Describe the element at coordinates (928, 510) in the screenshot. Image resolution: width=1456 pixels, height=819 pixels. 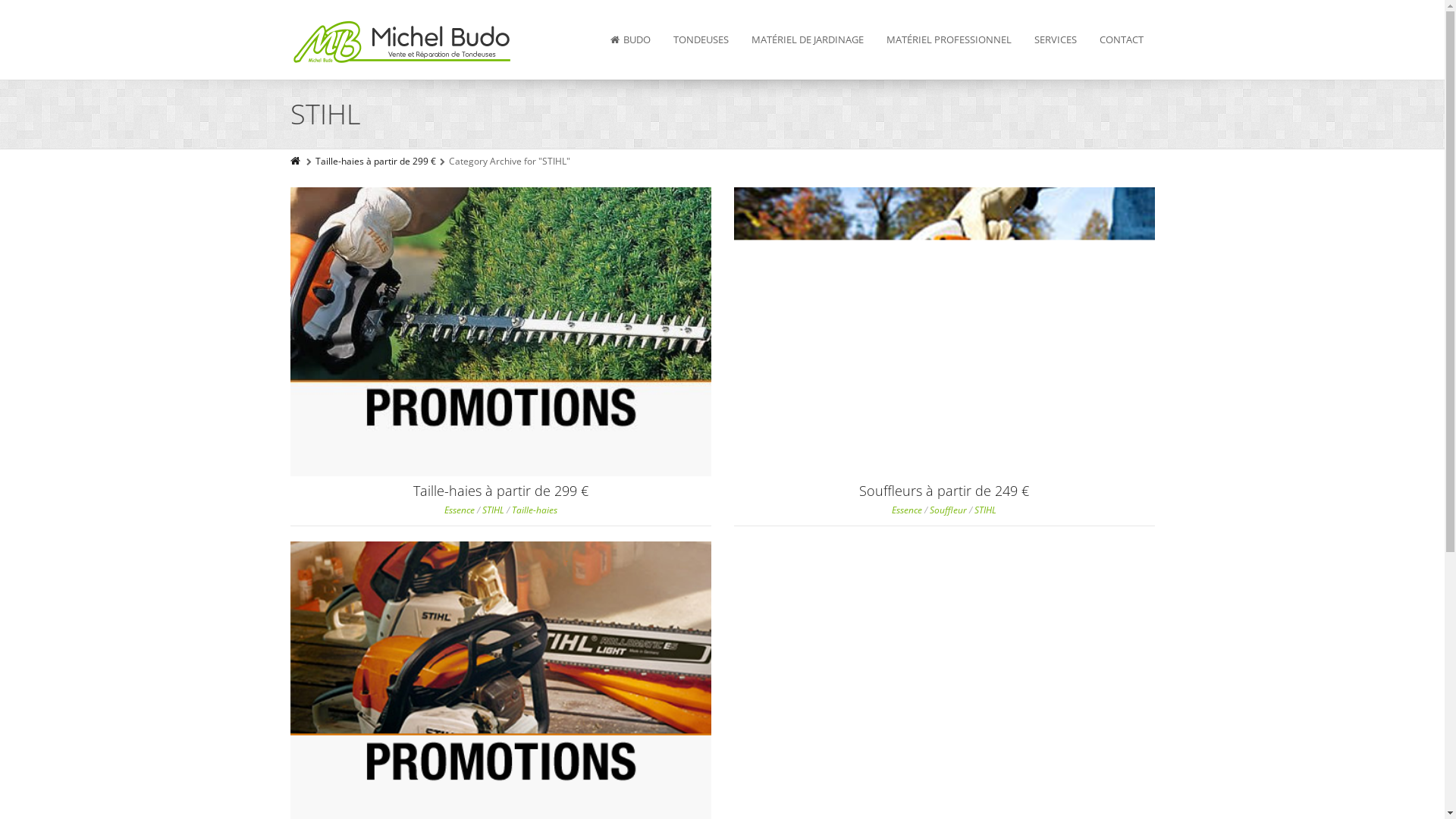
I see `'Souffleur'` at that location.